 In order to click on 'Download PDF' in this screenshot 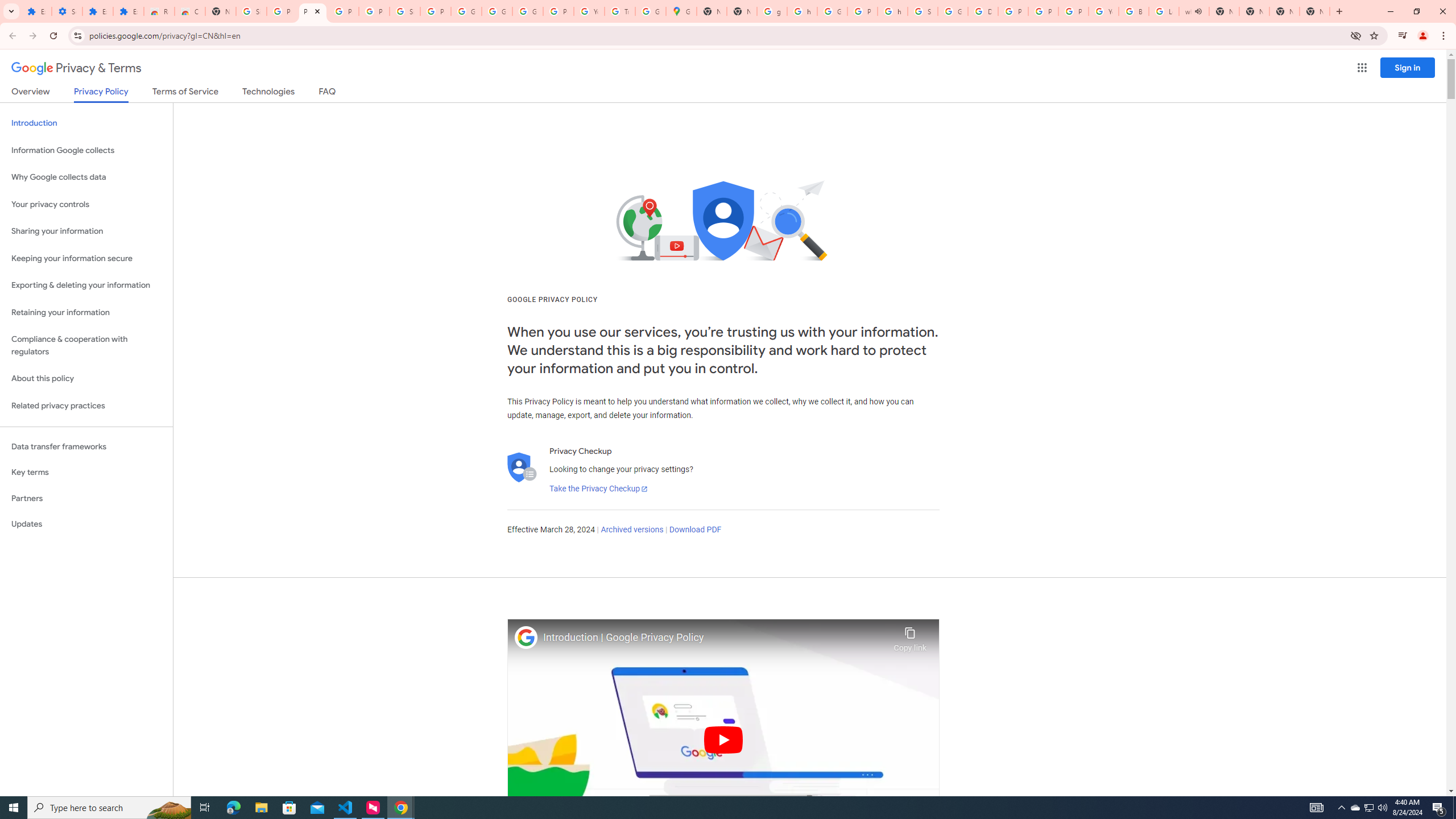, I will do `click(695, 529)`.